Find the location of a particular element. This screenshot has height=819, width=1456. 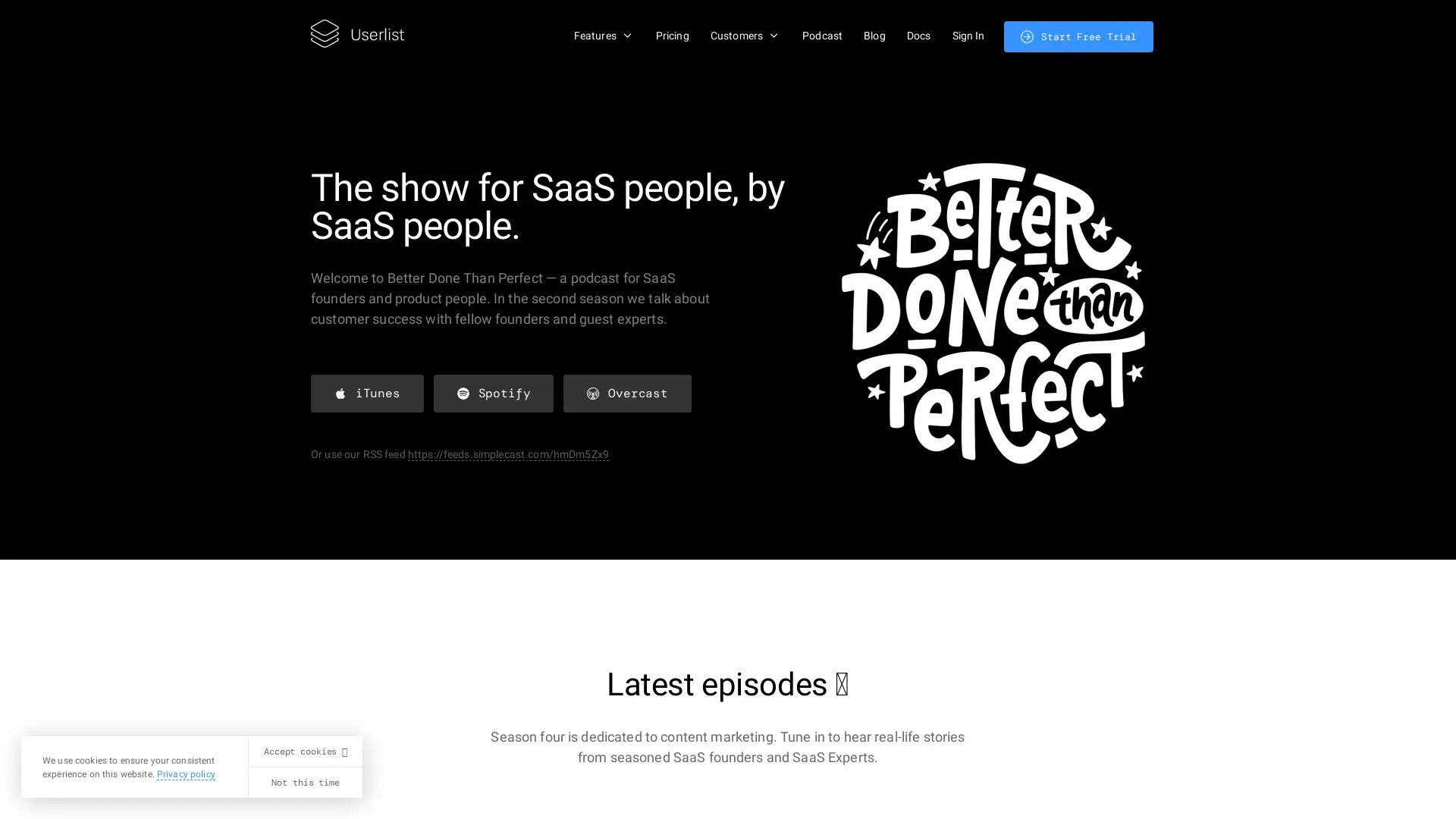

Accept cookies is located at coordinates (304, 752).